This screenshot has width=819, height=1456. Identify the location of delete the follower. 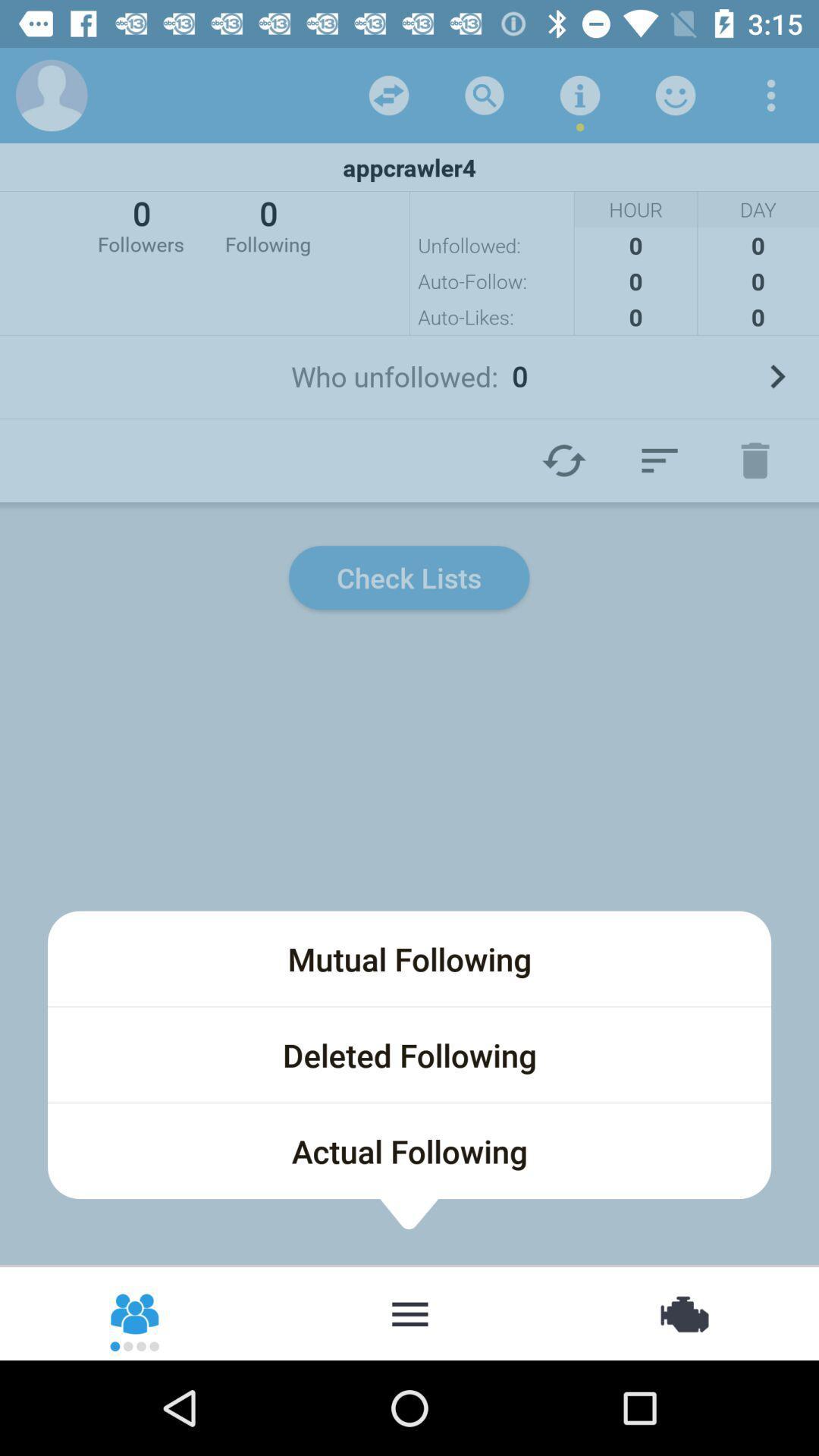
(755, 460).